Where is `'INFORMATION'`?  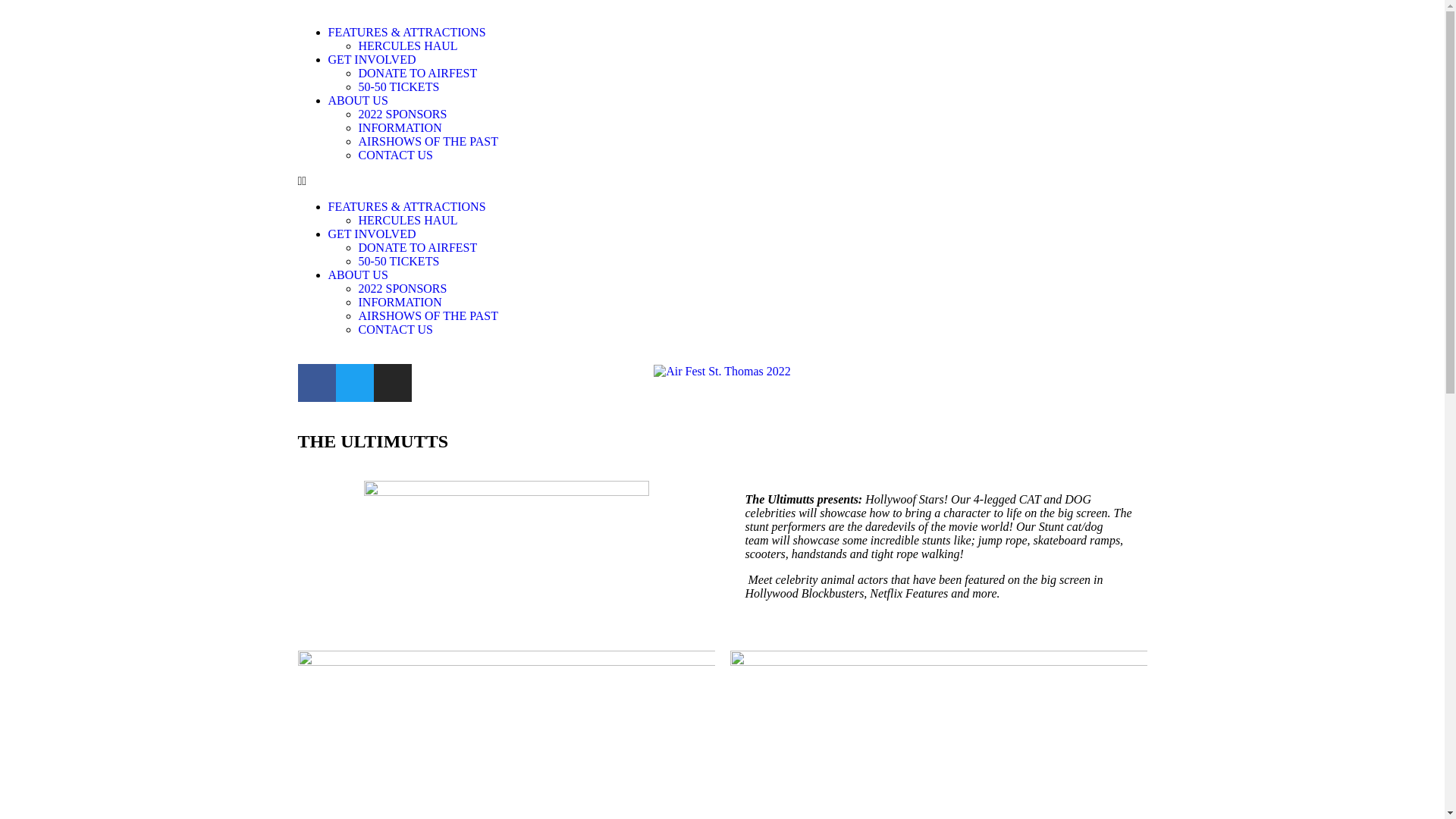 'INFORMATION' is located at coordinates (356, 302).